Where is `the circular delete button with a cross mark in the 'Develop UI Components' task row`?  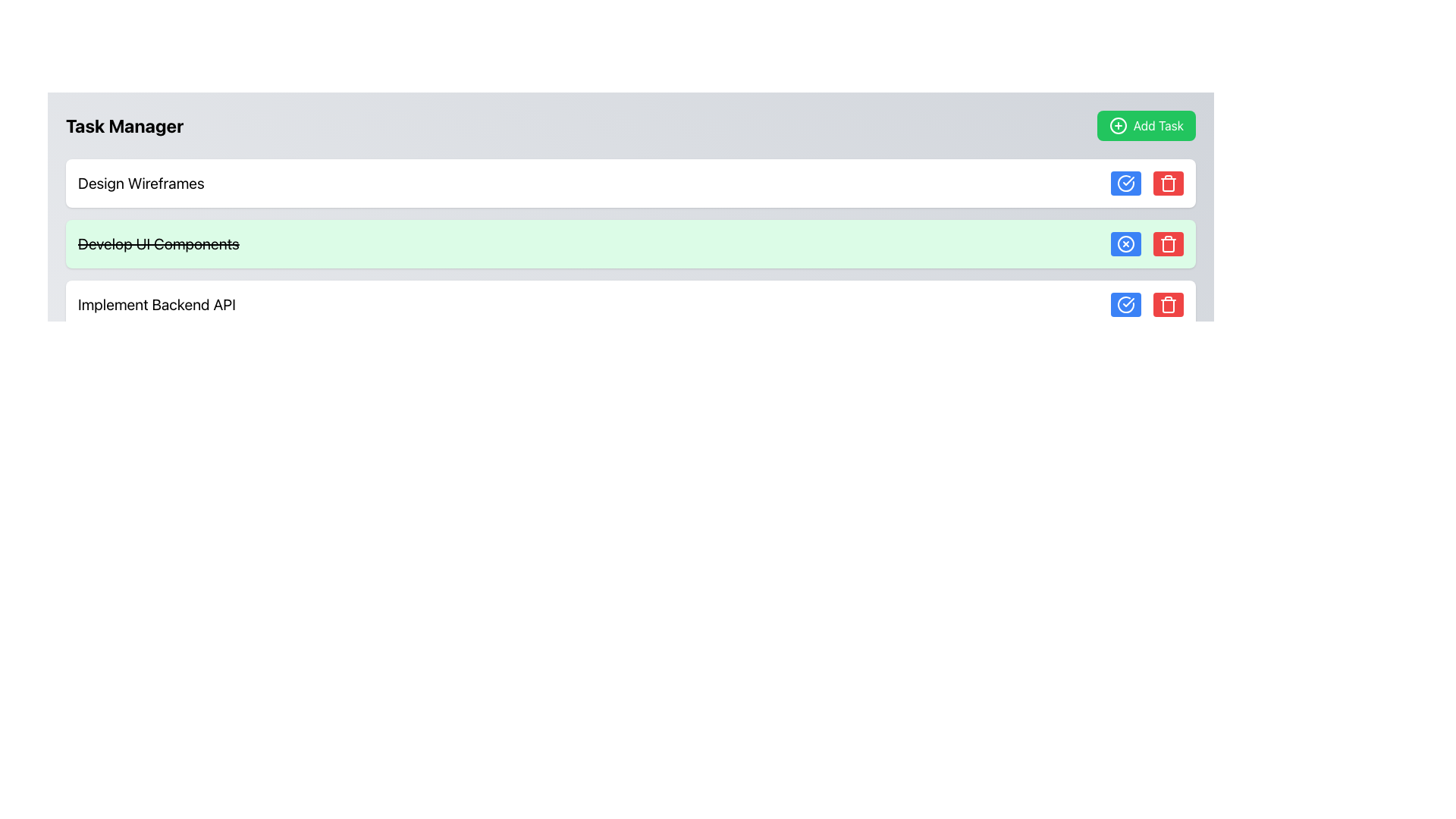 the circular delete button with a cross mark in the 'Develop UI Components' task row is located at coordinates (1125, 243).